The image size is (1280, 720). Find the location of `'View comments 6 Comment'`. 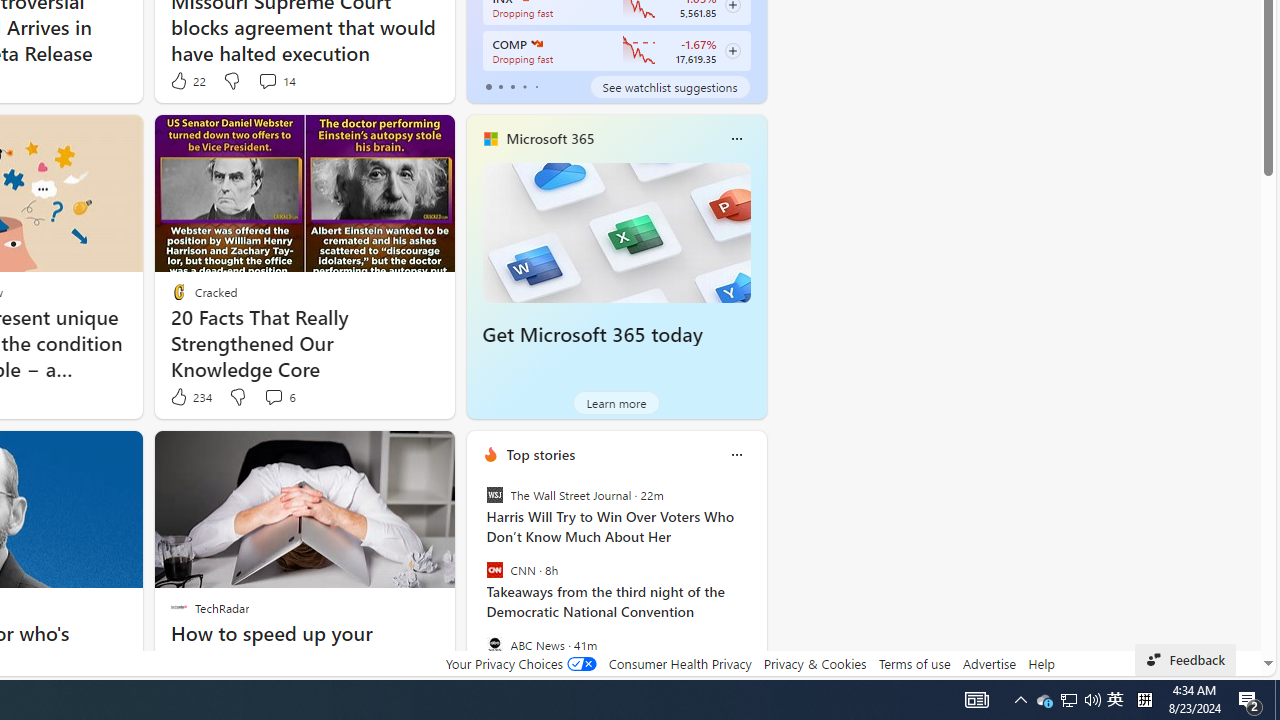

'View comments 6 Comment' is located at coordinates (278, 397).